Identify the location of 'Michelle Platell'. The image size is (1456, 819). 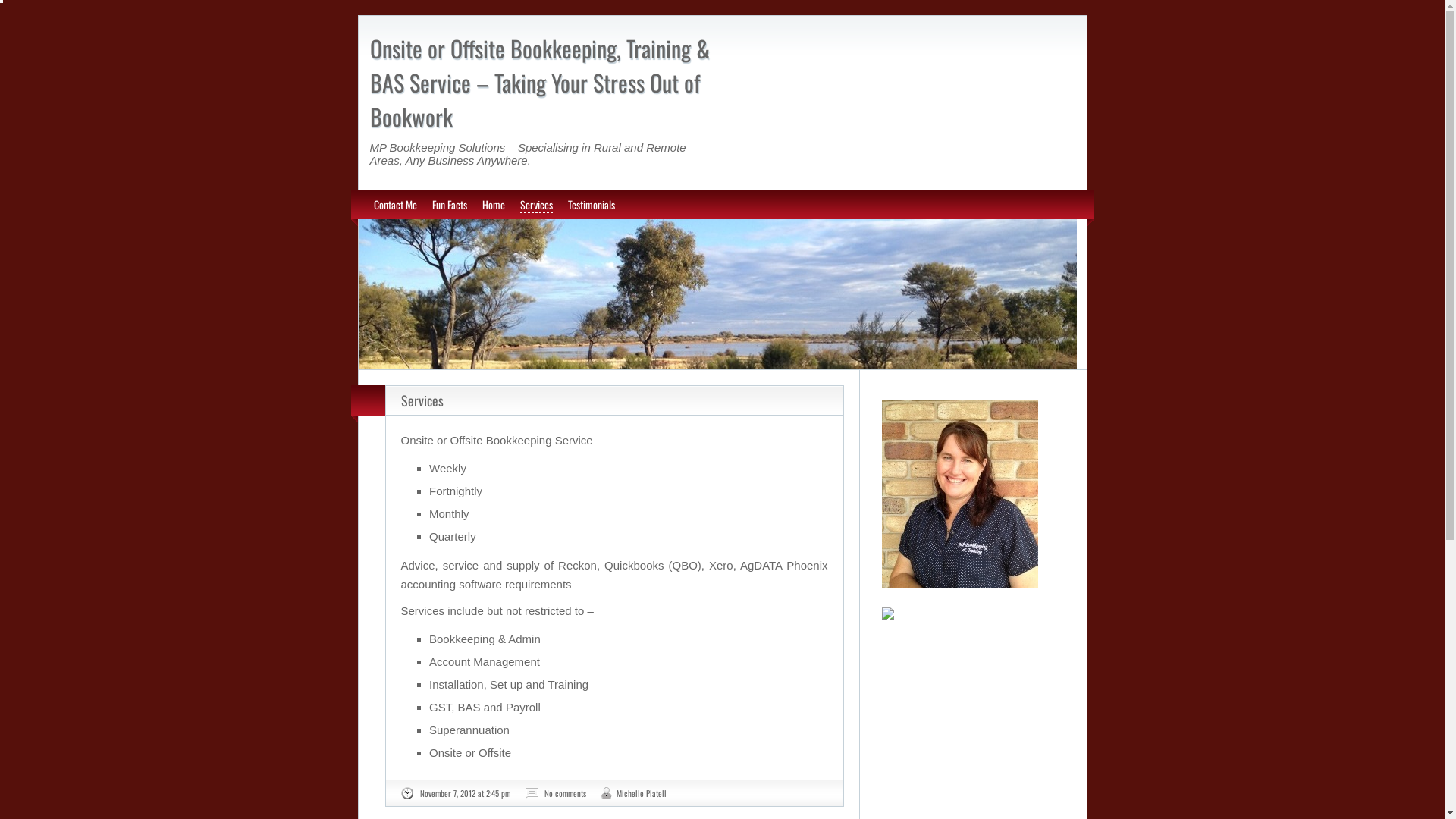
(615, 792).